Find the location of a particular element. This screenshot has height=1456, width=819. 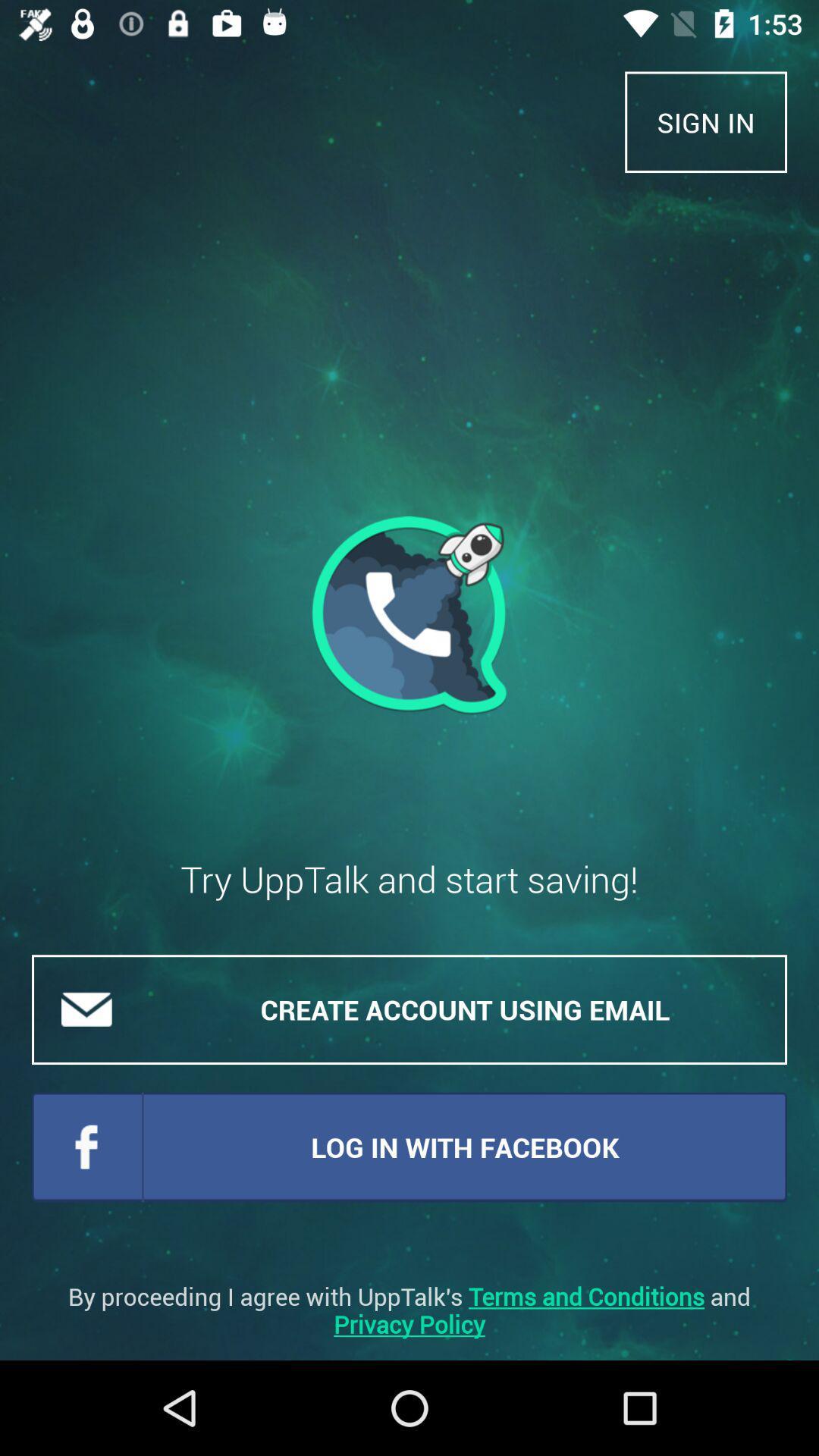

the sign in is located at coordinates (706, 122).